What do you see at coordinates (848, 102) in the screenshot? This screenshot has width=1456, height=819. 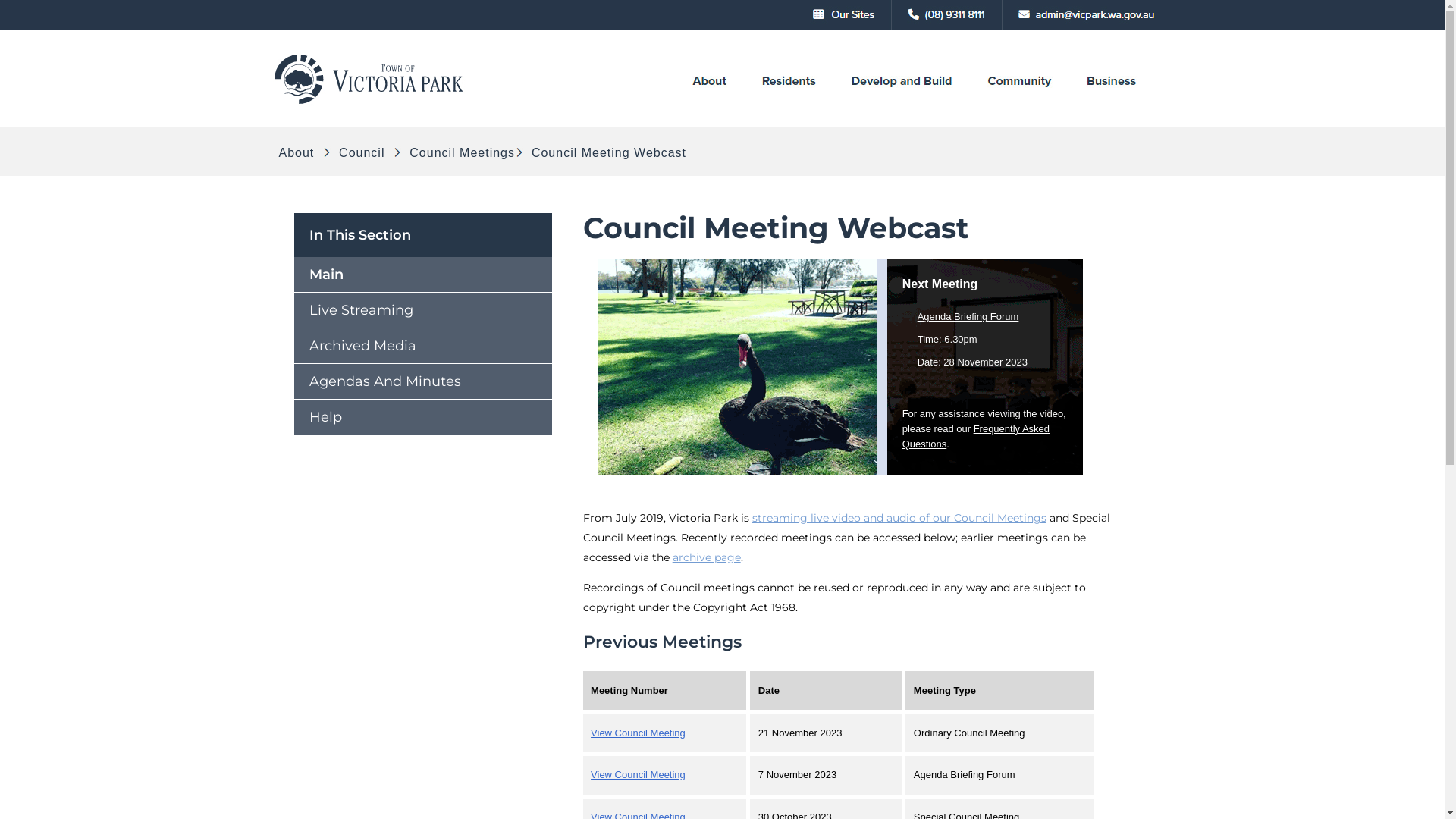 I see `'Develop and Build'` at bounding box center [848, 102].